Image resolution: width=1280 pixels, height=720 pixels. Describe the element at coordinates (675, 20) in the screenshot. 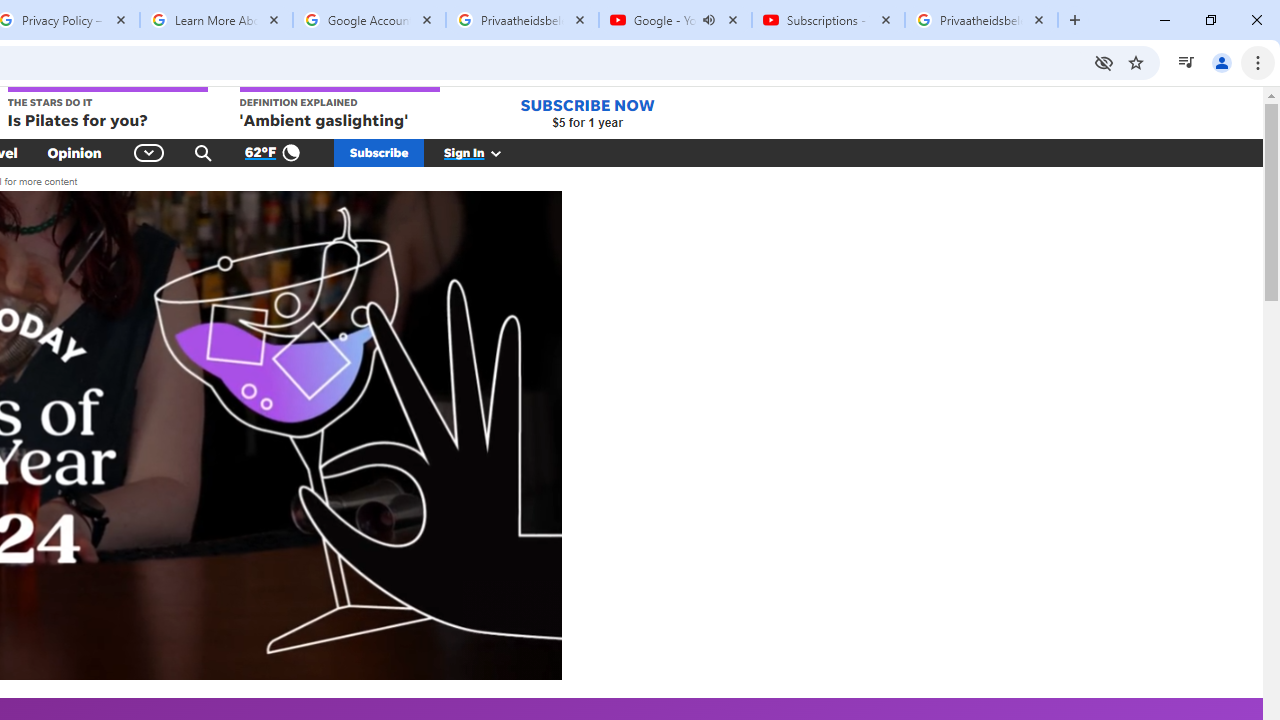

I see `'Google - YouTube - Audio playing'` at that location.